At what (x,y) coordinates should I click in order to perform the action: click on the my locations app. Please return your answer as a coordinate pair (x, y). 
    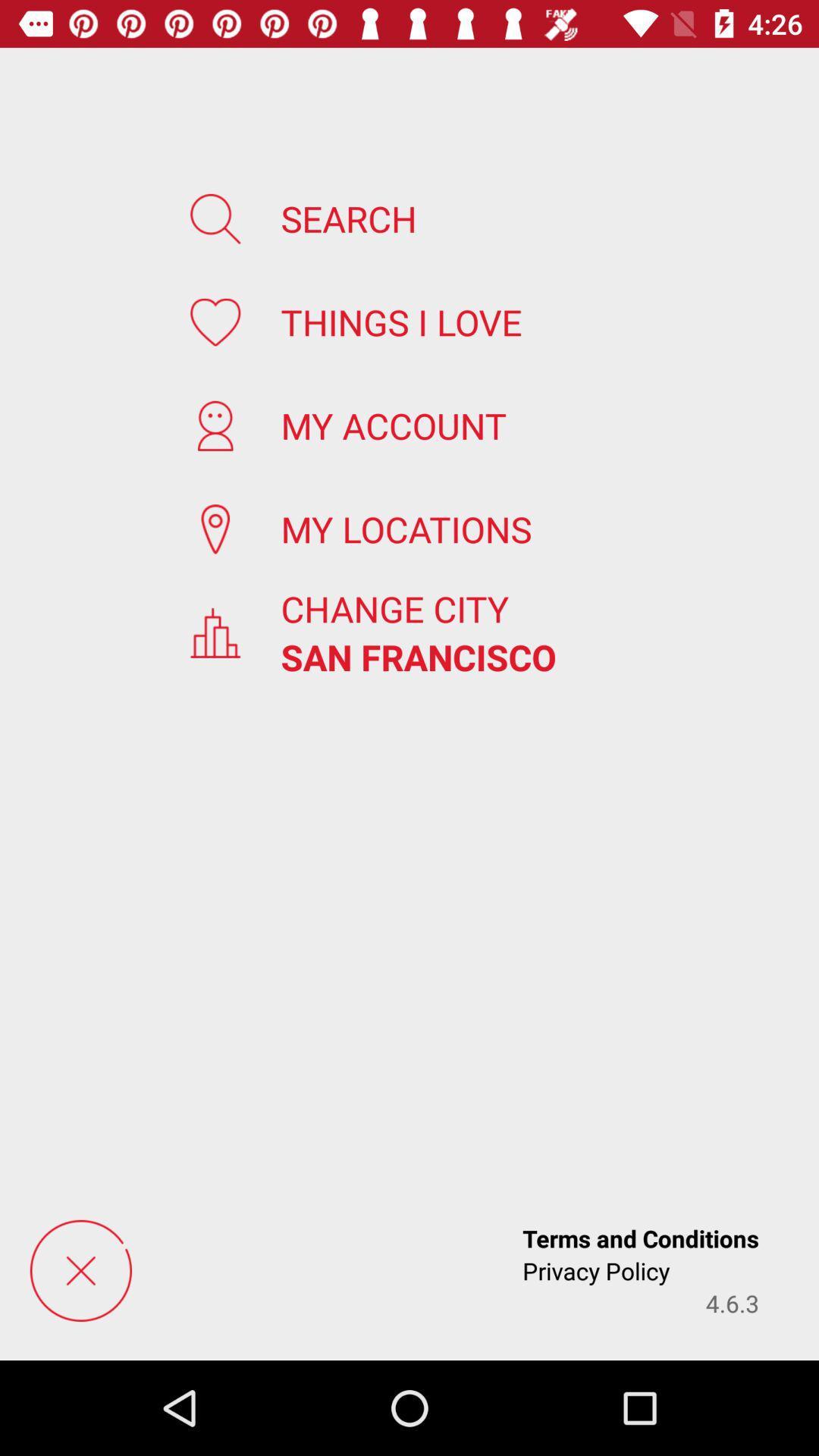
    Looking at the image, I should click on (405, 529).